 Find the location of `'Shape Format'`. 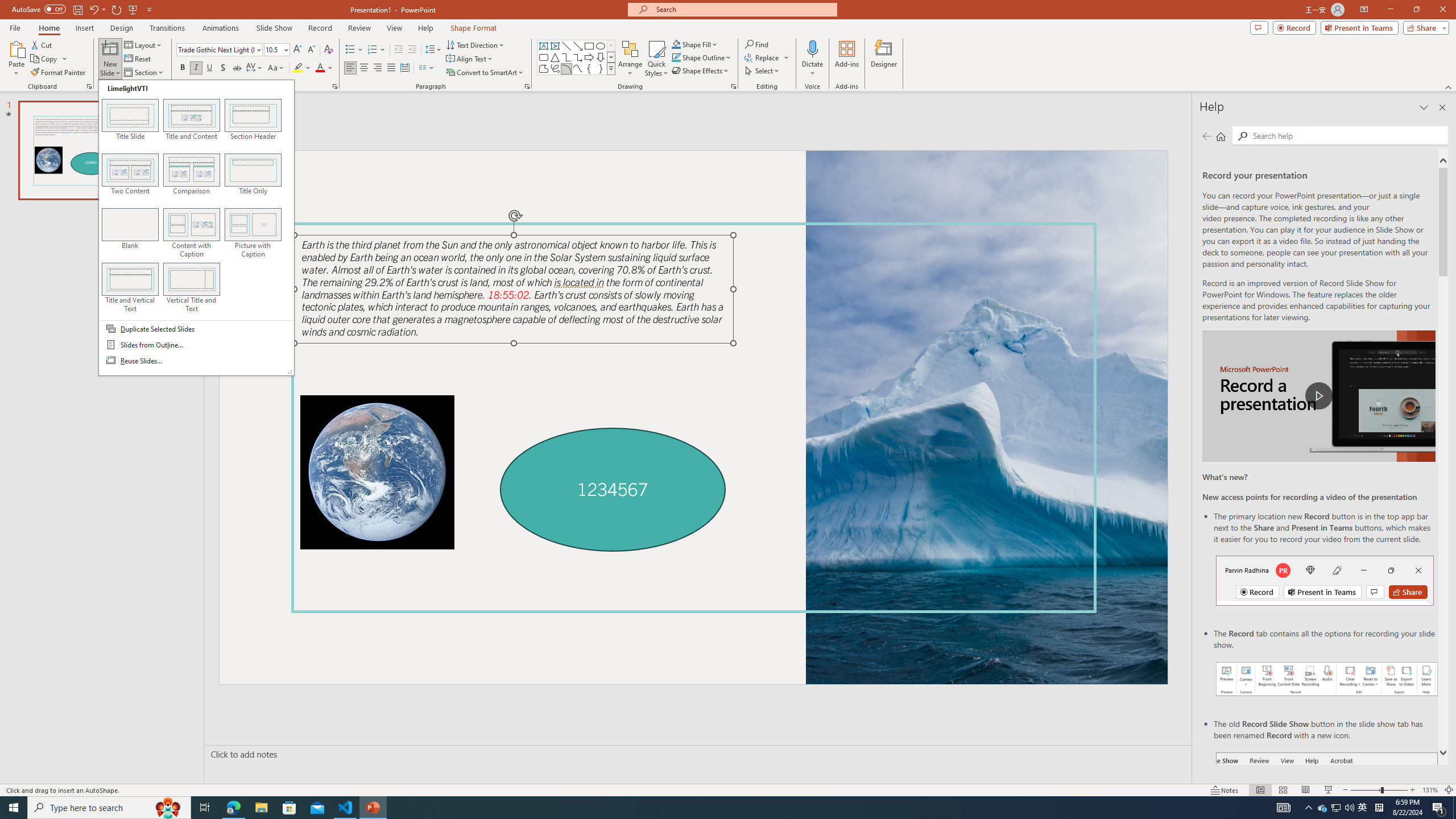

'Shape Format' is located at coordinates (473, 28).